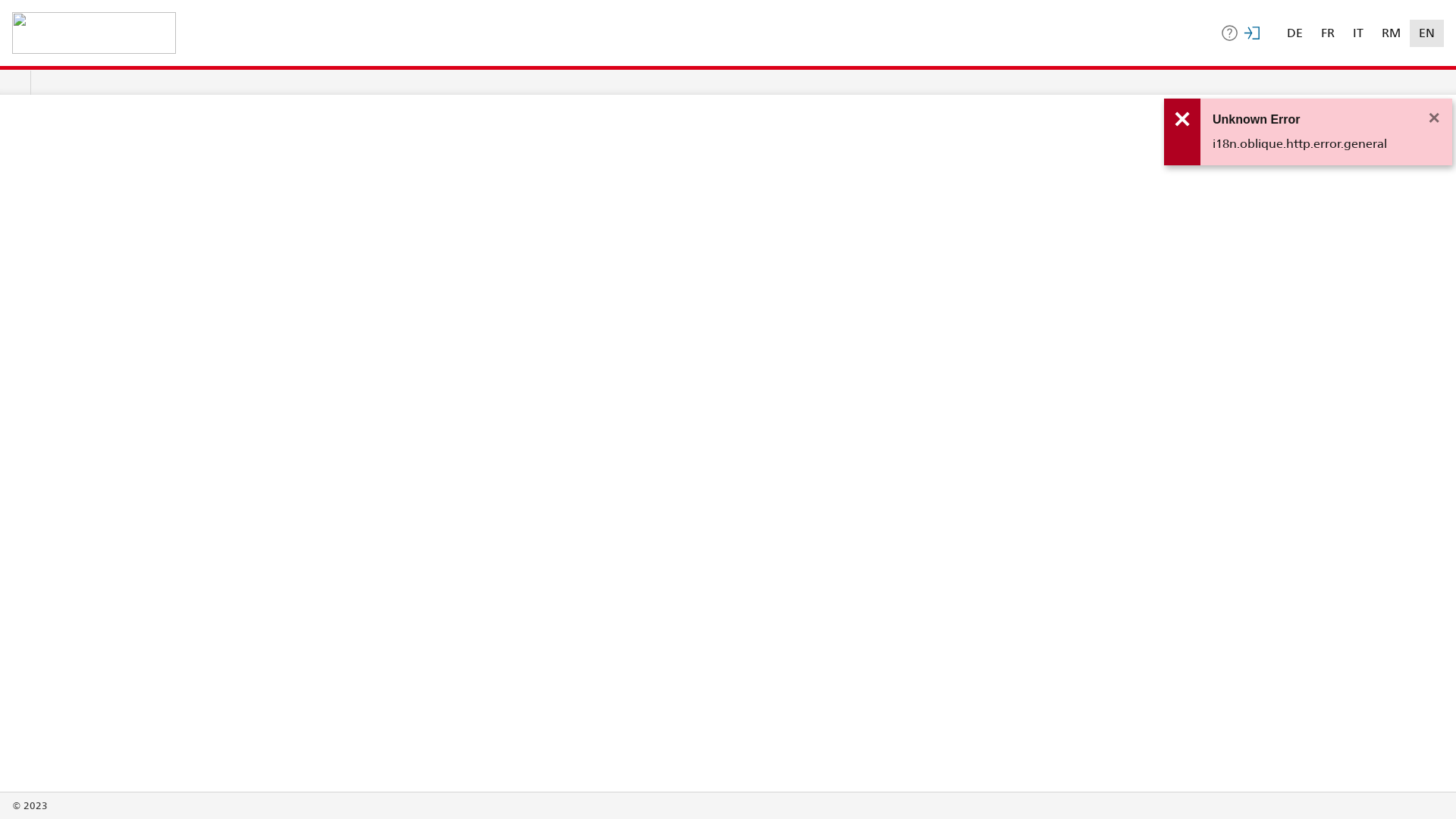 The height and width of the screenshot is (819, 1456). Describe the element at coordinates (1327, 33) in the screenshot. I see `'FR'` at that location.